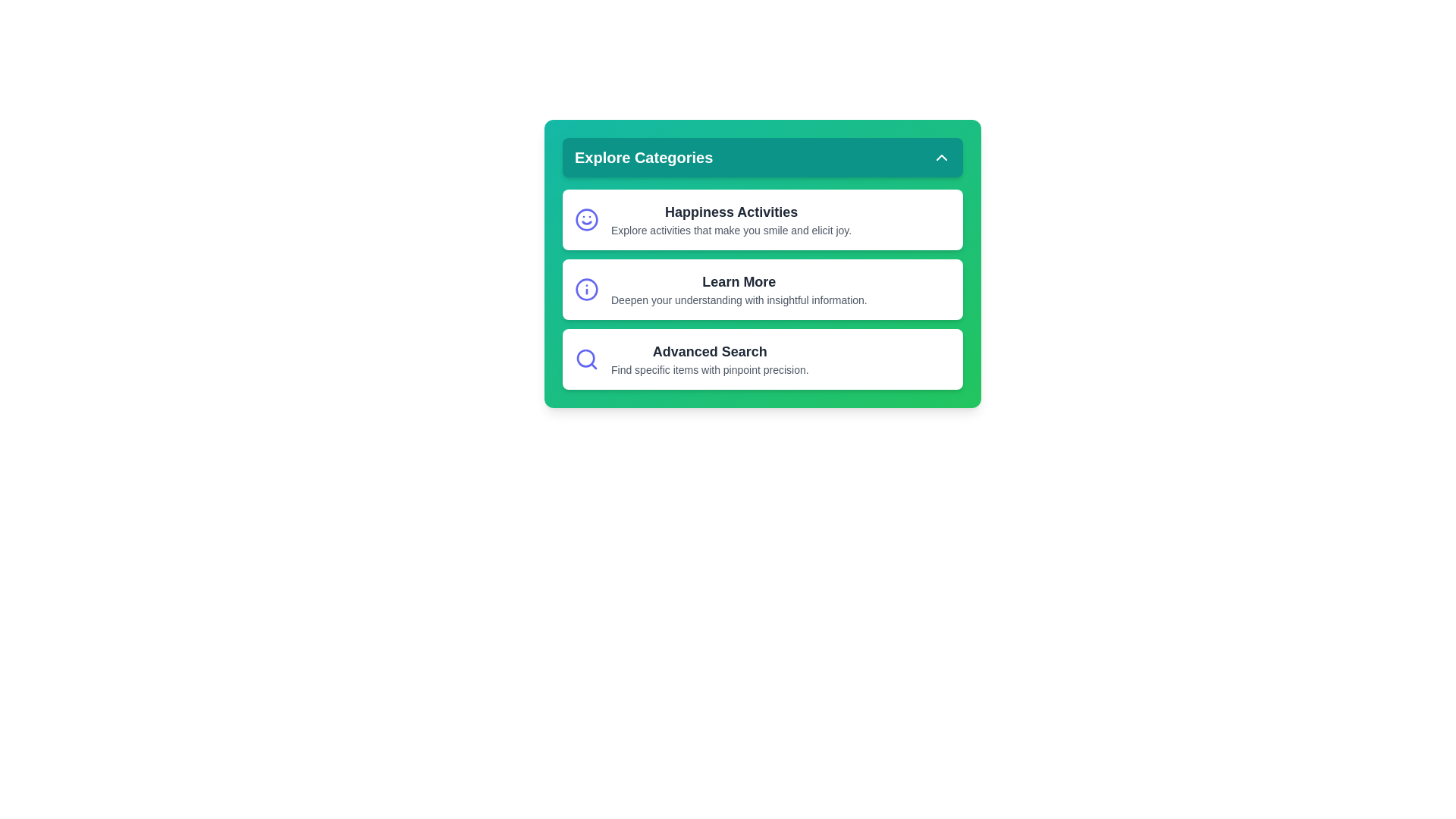 This screenshot has width=1456, height=819. What do you see at coordinates (763, 289) in the screenshot?
I see `the category labeled Learn More to interact with it` at bounding box center [763, 289].